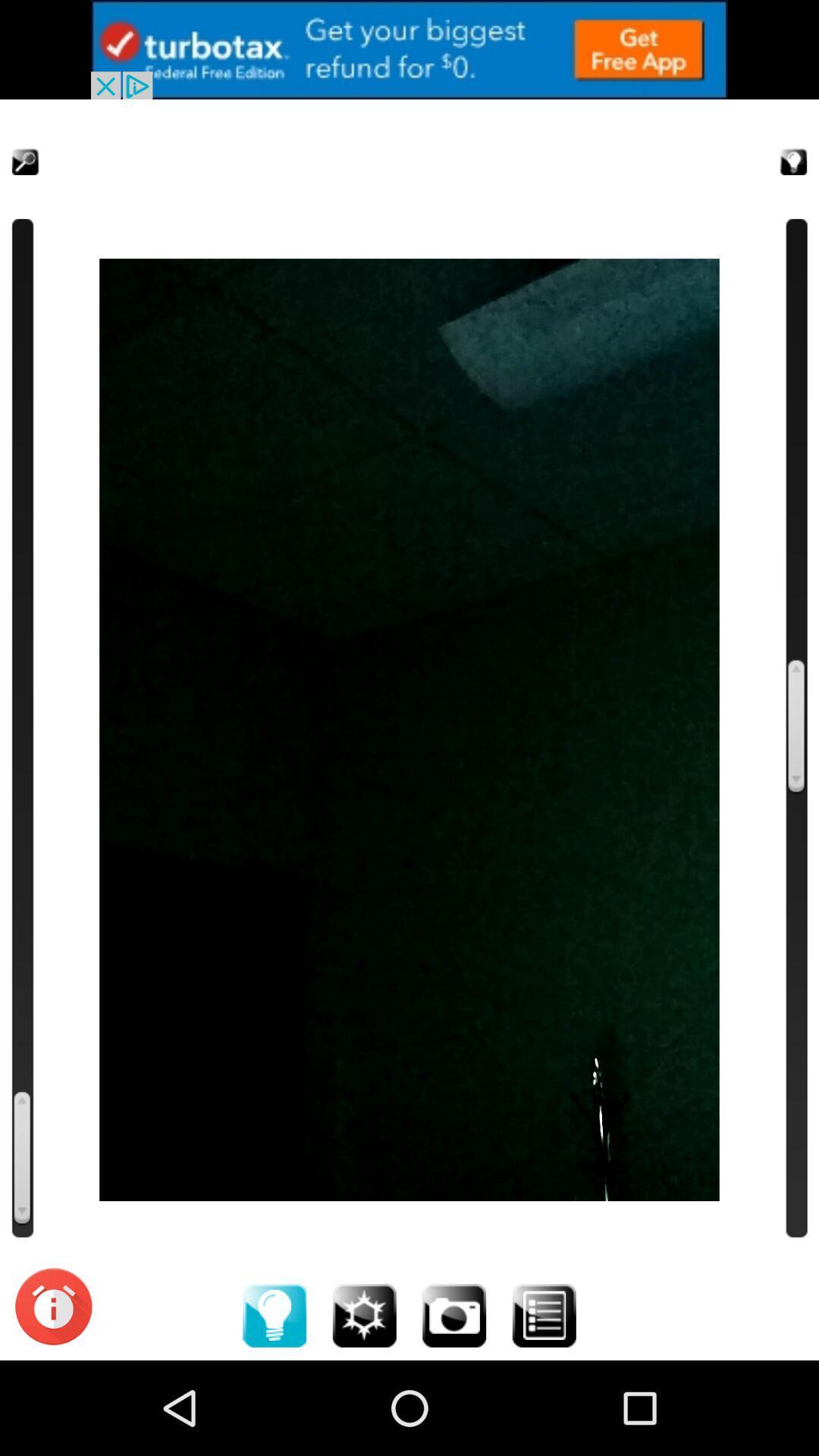 The image size is (819, 1456). What do you see at coordinates (364, 1314) in the screenshot?
I see `weather` at bounding box center [364, 1314].